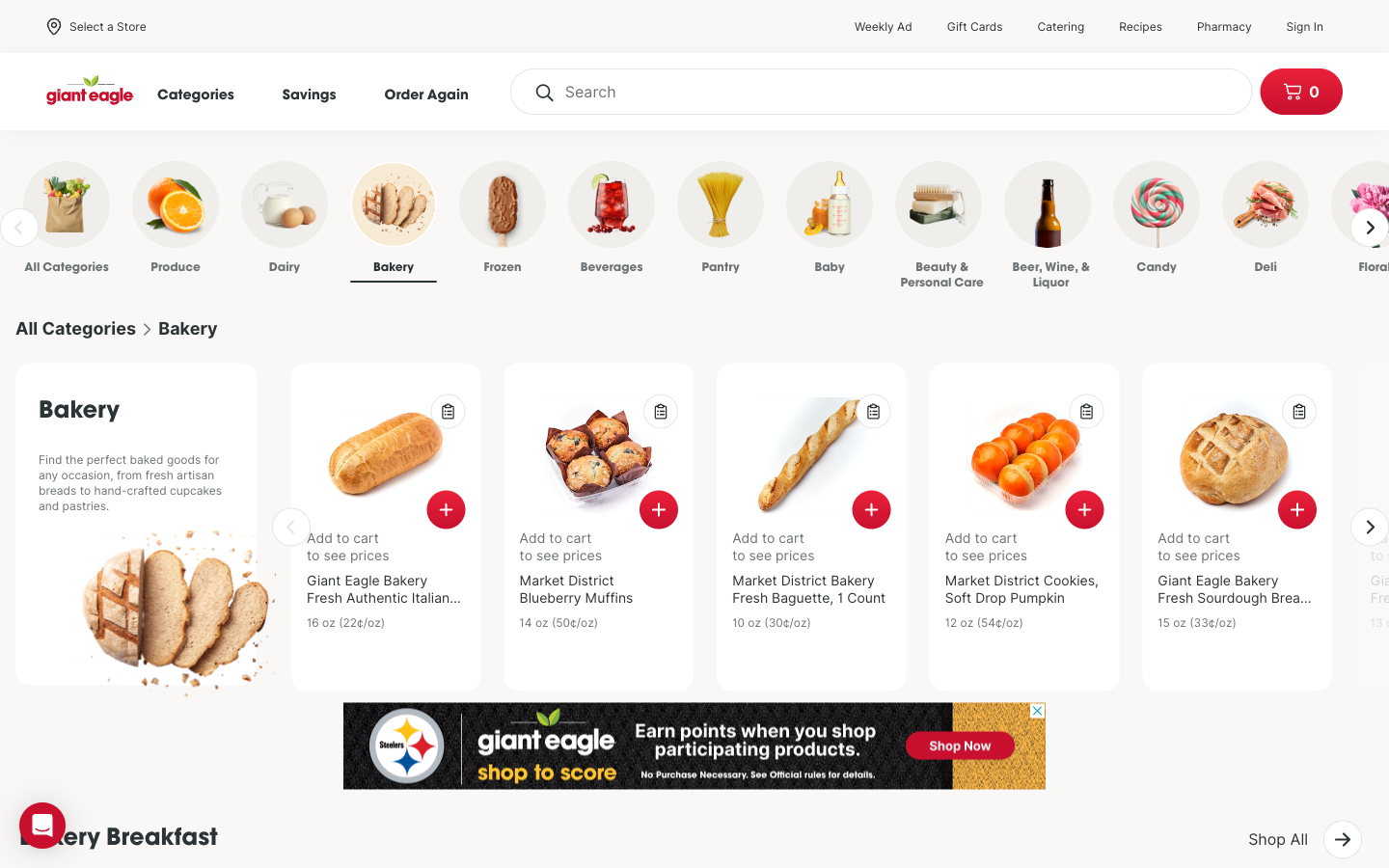 This screenshot has width=1389, height=868. Describe the element at coordinates (1313, 25) in the screenshot. I see `Enter into my user interface` at that location.